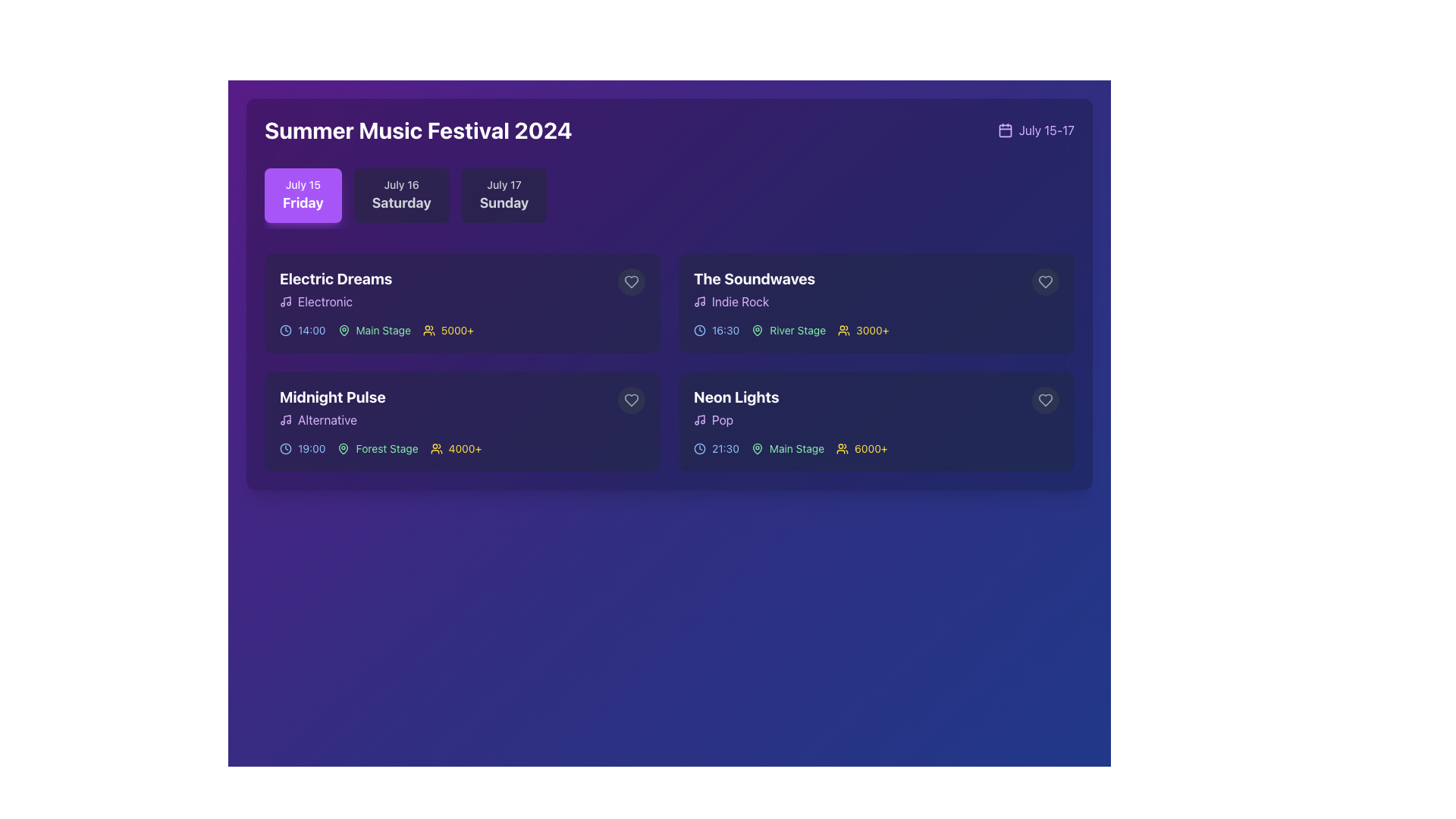 This screenshot has height=819, width=1456. What do you see at coordinates (435, 447) in the screenshot?
I see `the attendee icon for the 'Midnight Pulse' event located at the bottom left corner of the interface, next to the text '4000+'` at bounding box center [435, 447].